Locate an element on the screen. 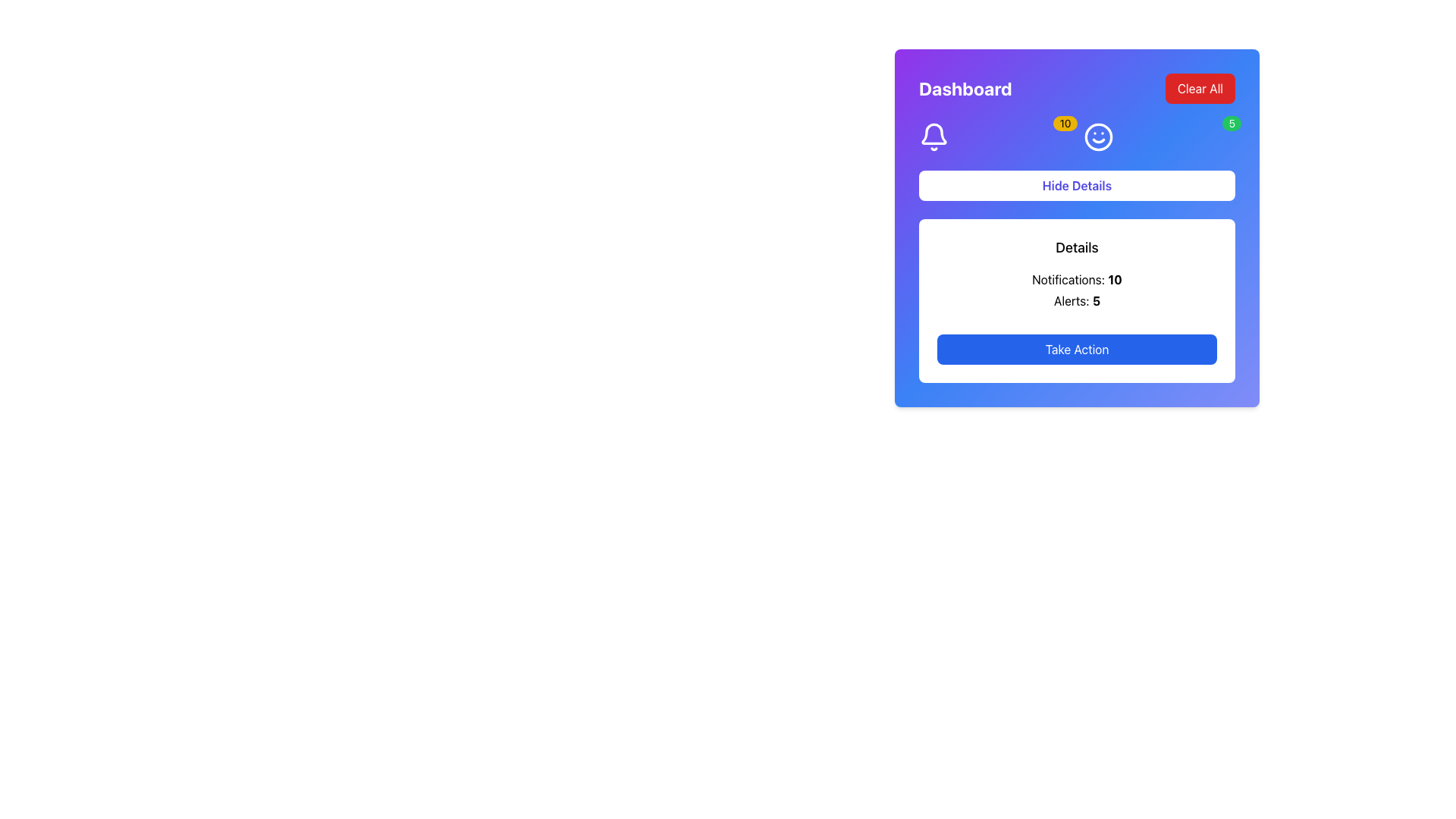  the smiley face icon located in the top-right corner of the dashboard, near the 'Clear All' button and beneath a green indicator labeled '5' is located at coordinates (1098, 137).